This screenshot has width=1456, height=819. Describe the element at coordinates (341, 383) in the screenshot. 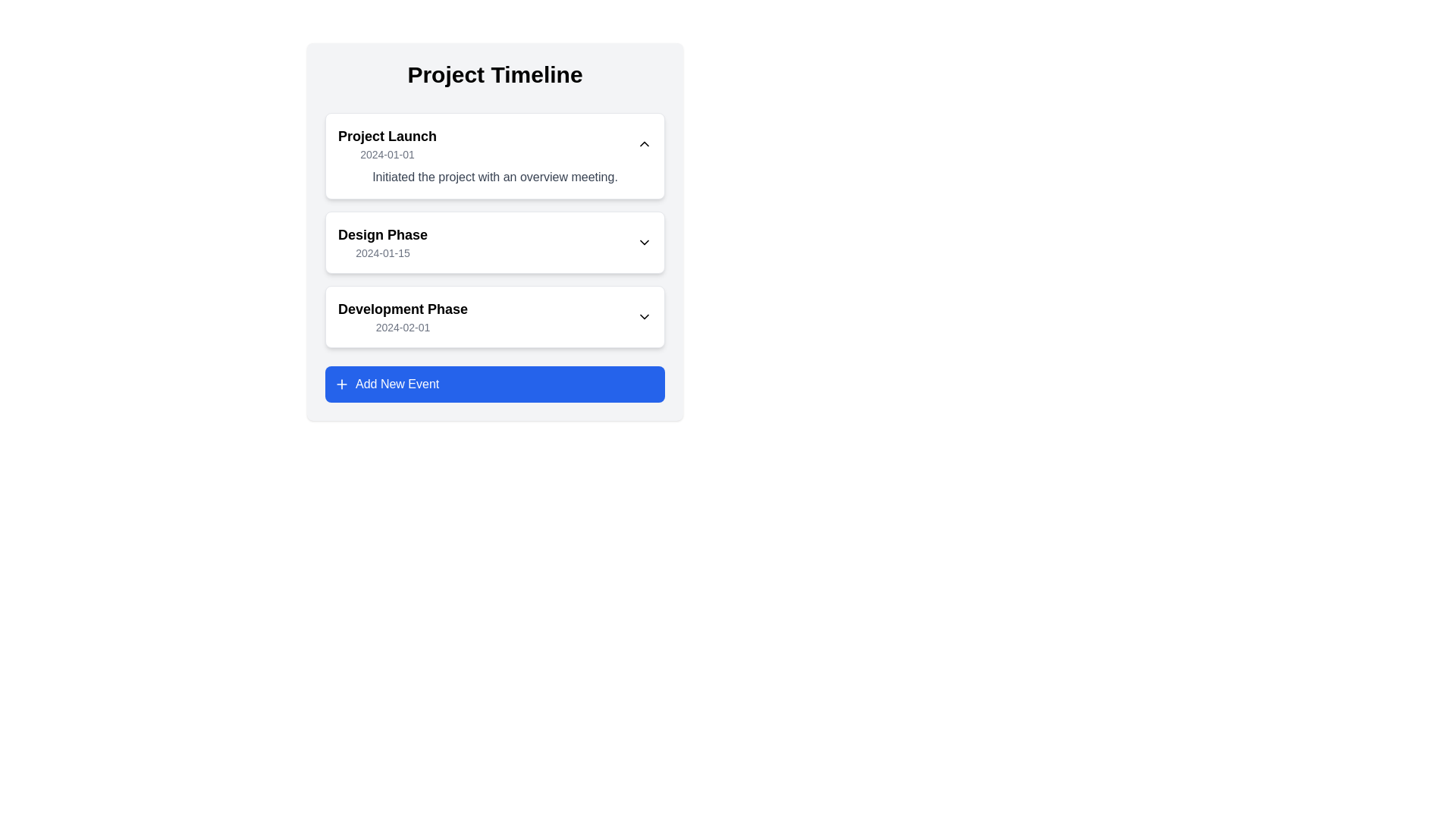

I see `the small plus sign icon located to the left of the 'Add New Event' button` at that location.